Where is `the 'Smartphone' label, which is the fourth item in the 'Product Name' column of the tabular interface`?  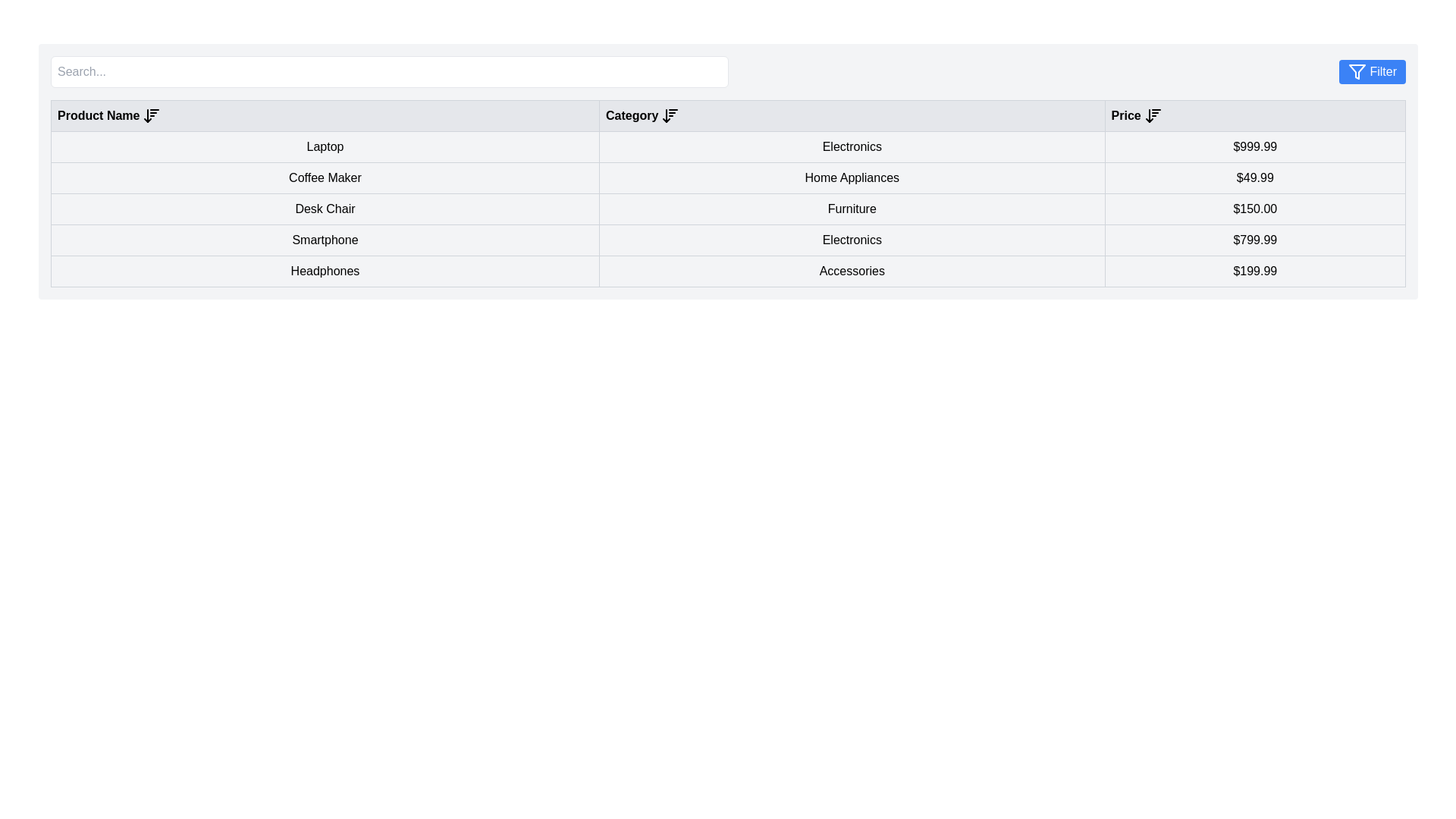 the 'Smartphone' label, which is the fourth item in the 'Product Name' column of the tabular interface is located at coordinates (324, 239).